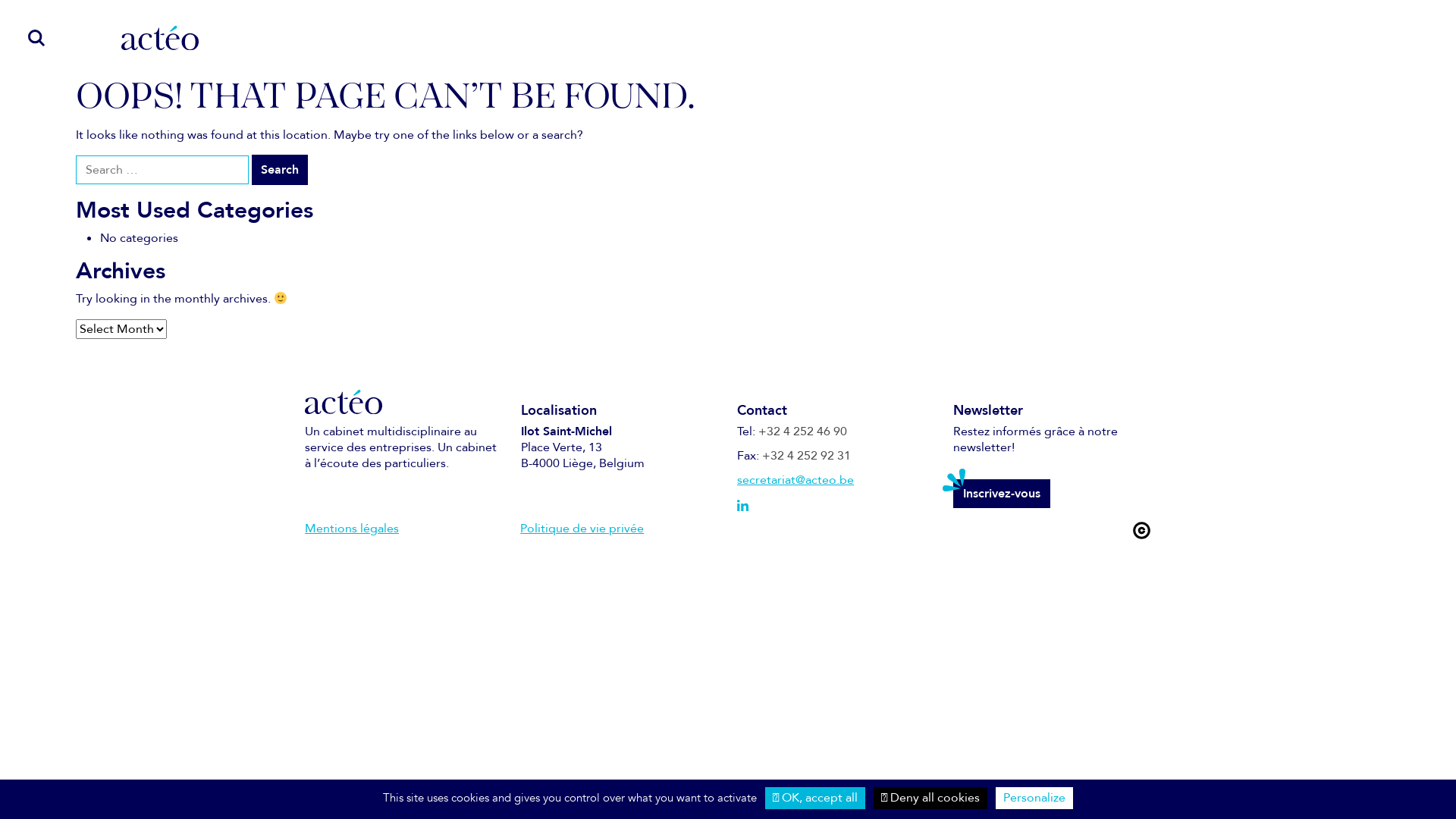  Describe the element at coordinates (802, 431) in the screenshot. I see `'+32 4 252 46 90'` at that location.